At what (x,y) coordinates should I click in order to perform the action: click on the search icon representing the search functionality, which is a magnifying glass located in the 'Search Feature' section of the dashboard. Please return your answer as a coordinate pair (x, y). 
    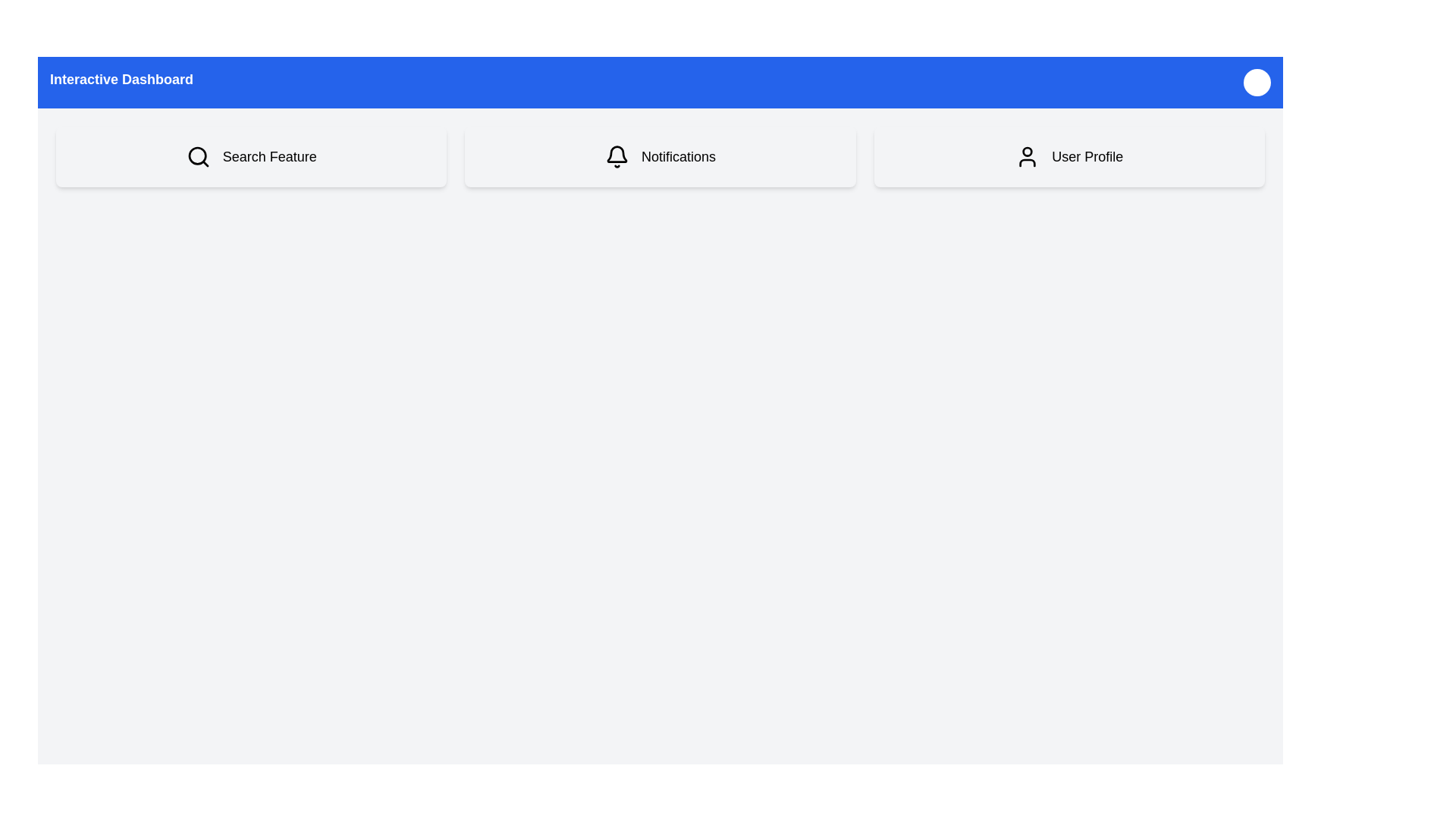
    Looking at the image, I should click on (197, 157).